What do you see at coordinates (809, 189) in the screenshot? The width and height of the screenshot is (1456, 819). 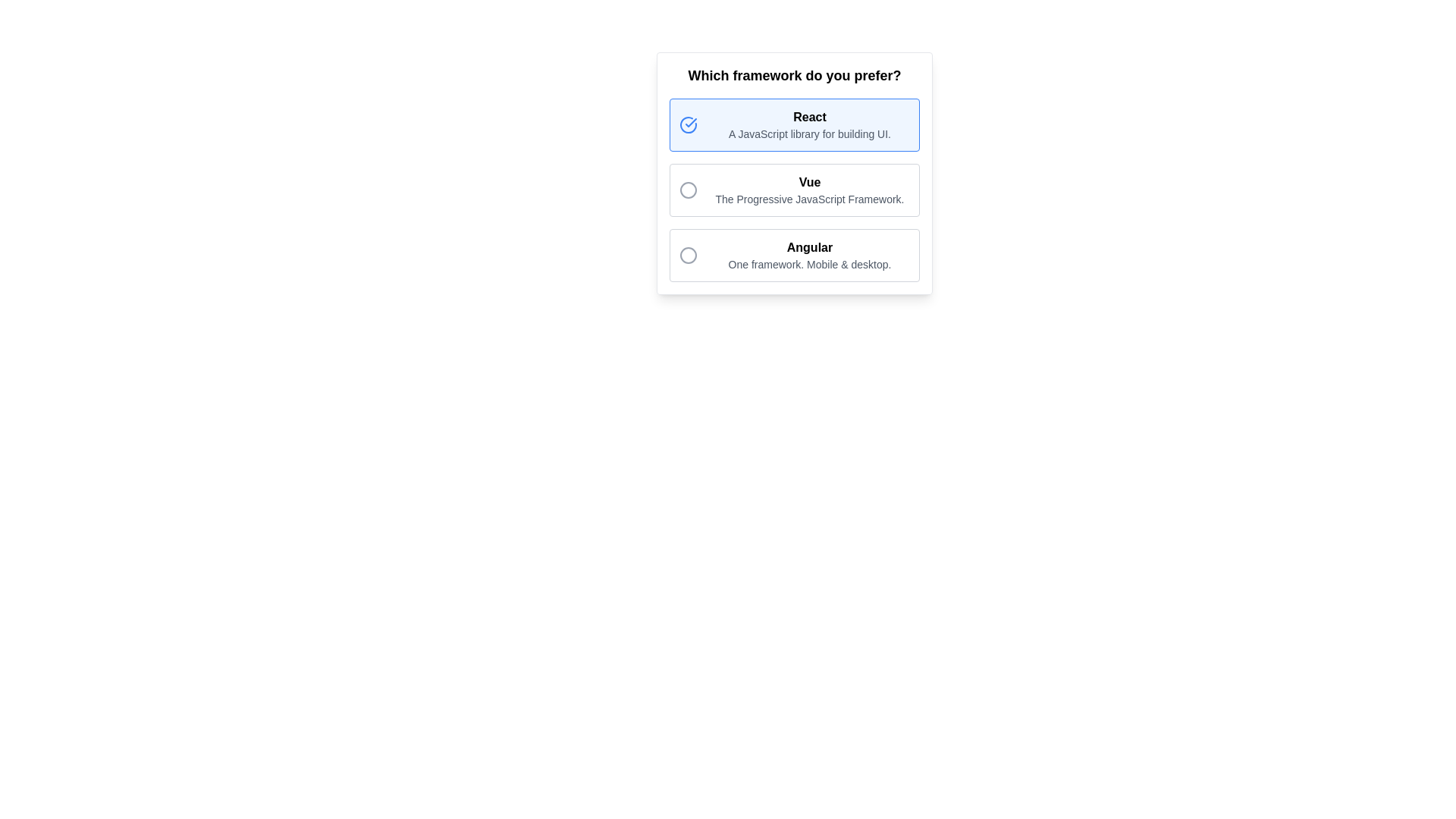 I see `the middle text-based selectable option titled 'Vue'` at bounding box center [809, 189].